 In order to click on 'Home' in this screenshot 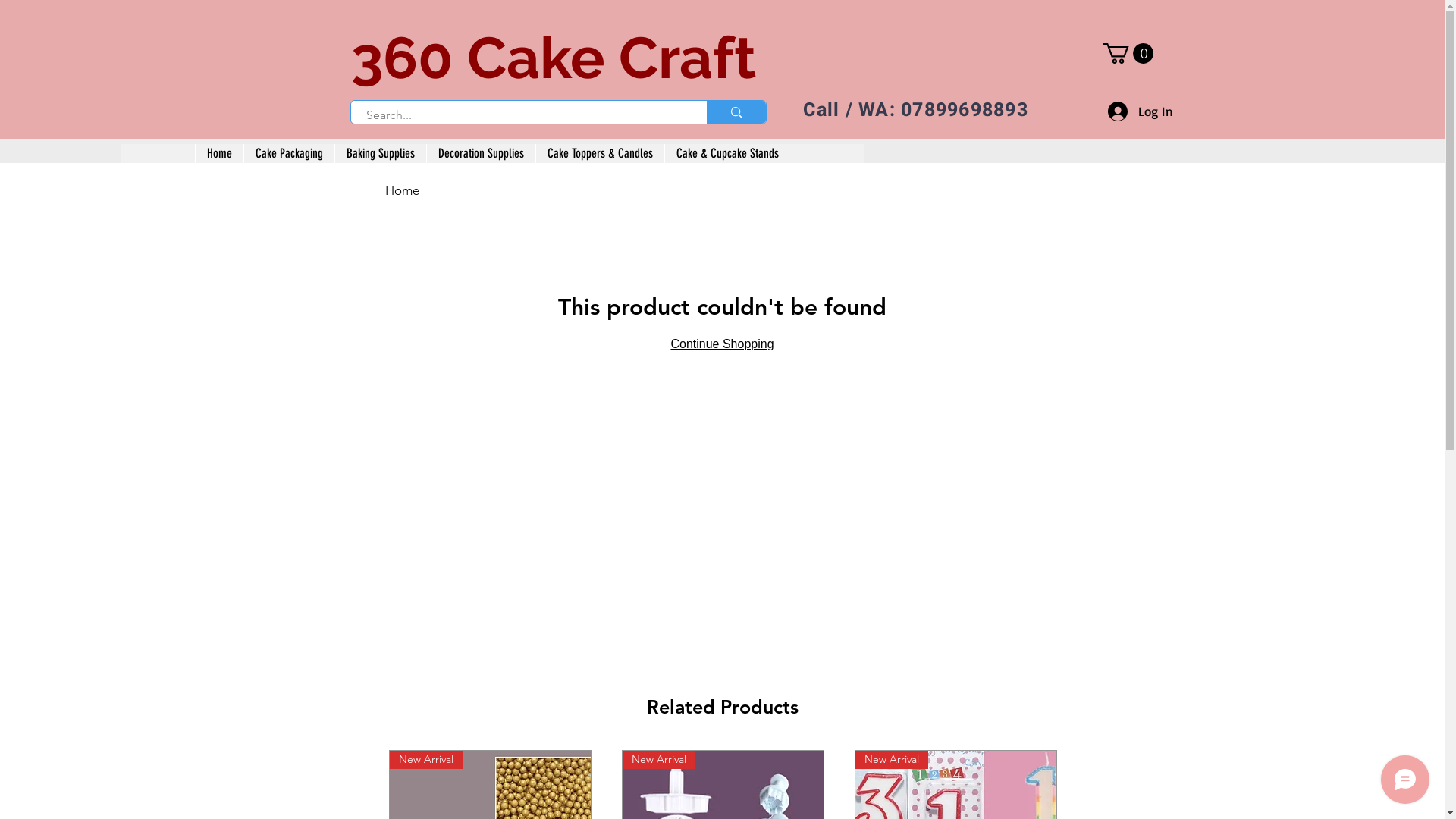, I will do `click(402, 189)`.